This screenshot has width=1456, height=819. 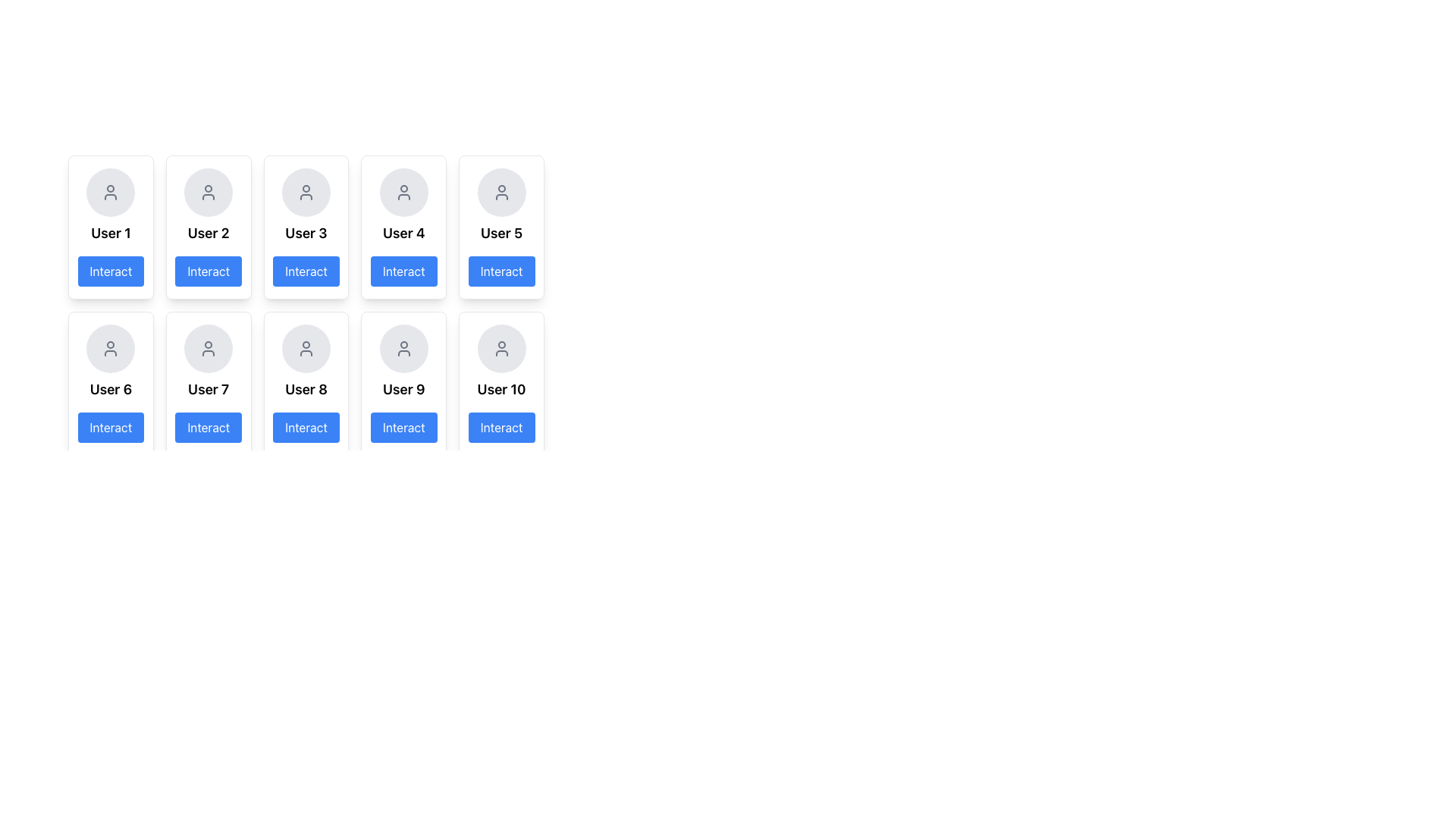 What do you see at coordinates (305, 388) in the screenshot?
I see `the text label displaying 'User 8', which is styled with medium font size and bold weight, located below the user avatar in the card layout` at bounding box center [305, 388].